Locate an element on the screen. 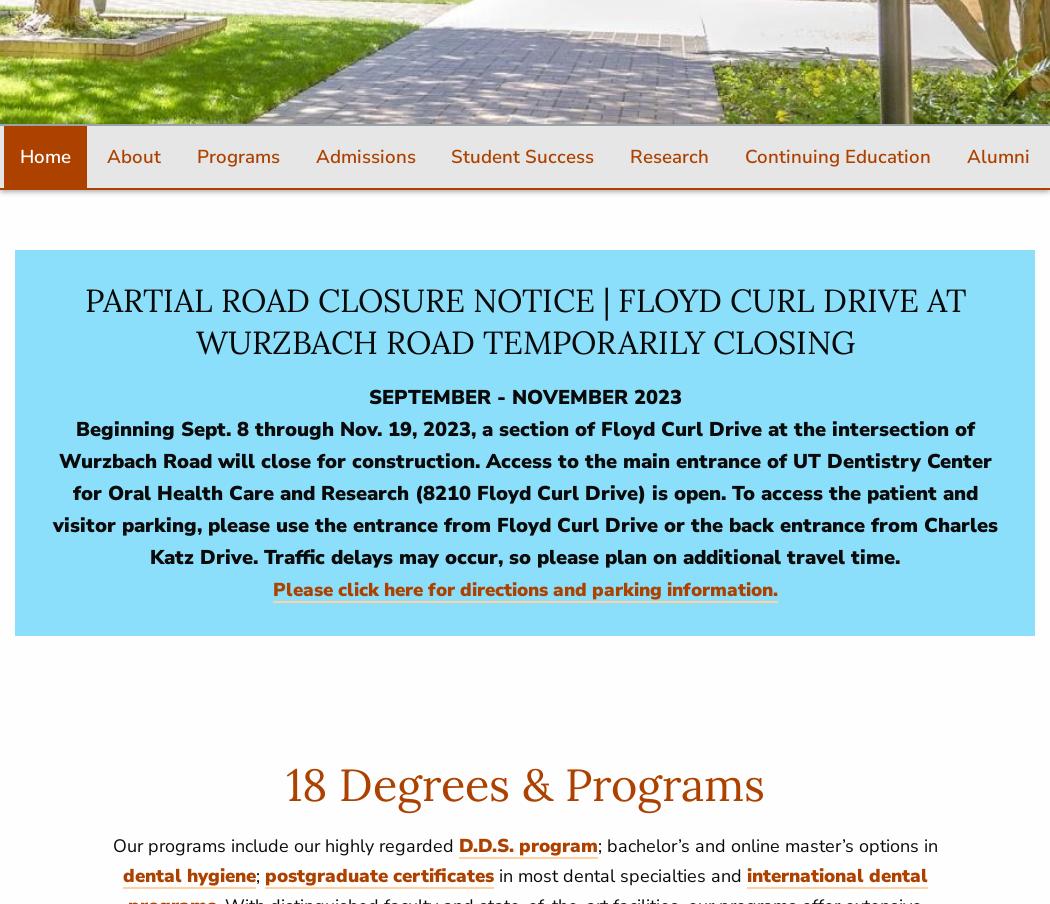 The height and width of the screenshot is (904, 1050). 'Catalog' is located at coordinates (975, 43).